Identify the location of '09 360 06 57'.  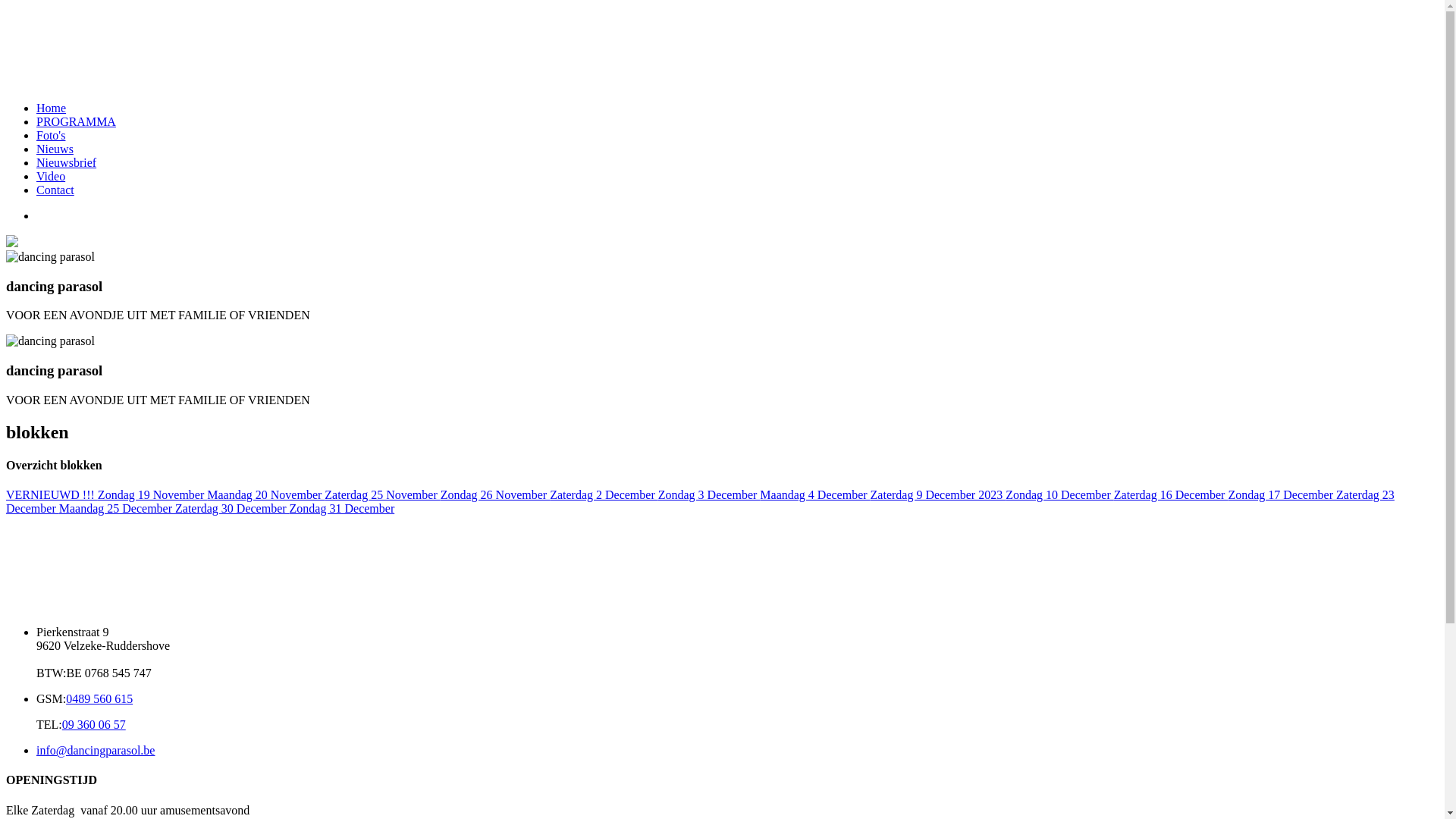
(93, 723).